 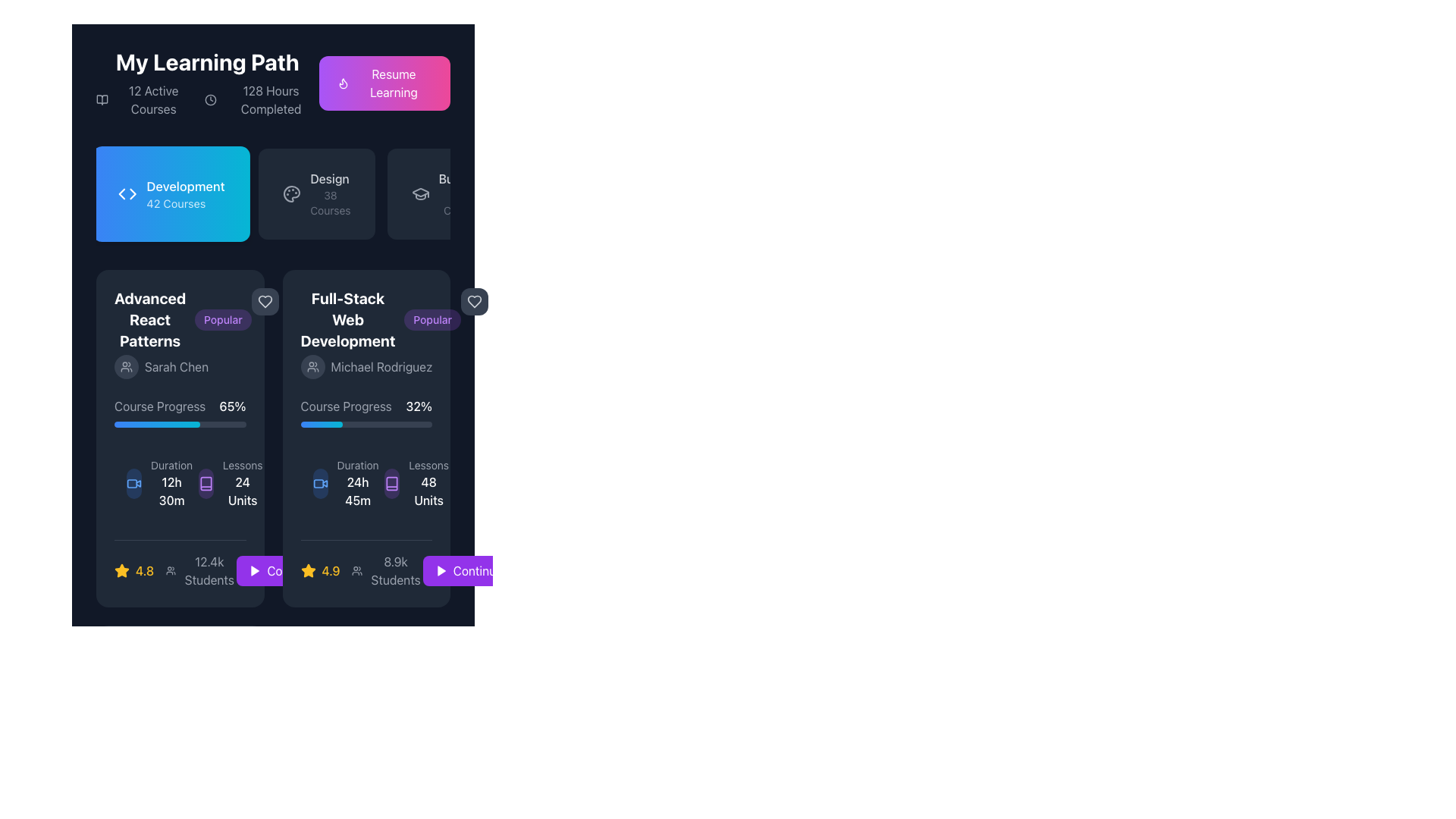 I want to click on the play icon located within the 'Continue' button under the 'Full-Stack Web Development' card, so click(x=441, y=570).